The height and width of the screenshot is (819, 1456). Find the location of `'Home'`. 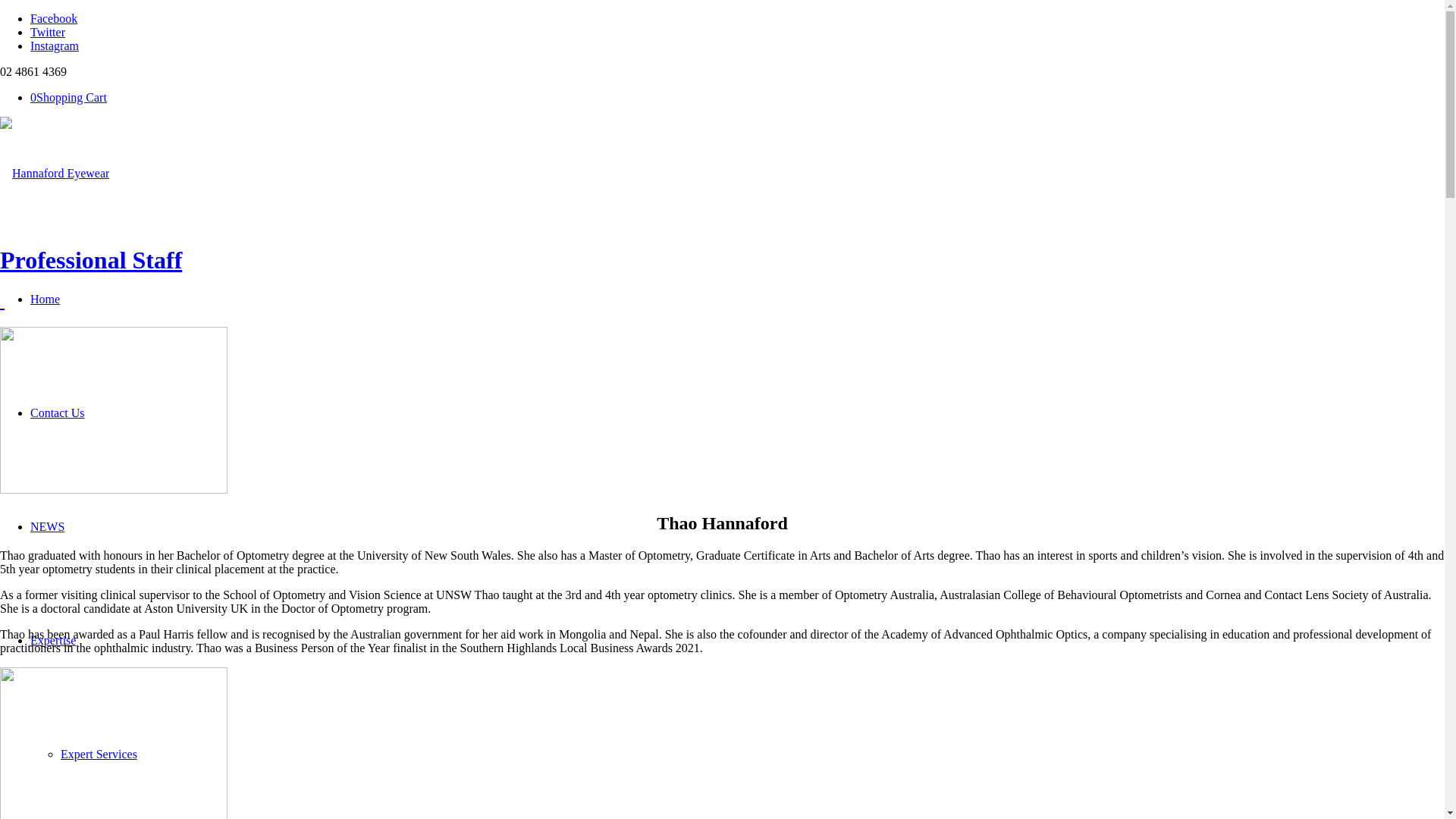

'Home' is located at coordinates (45, 299).